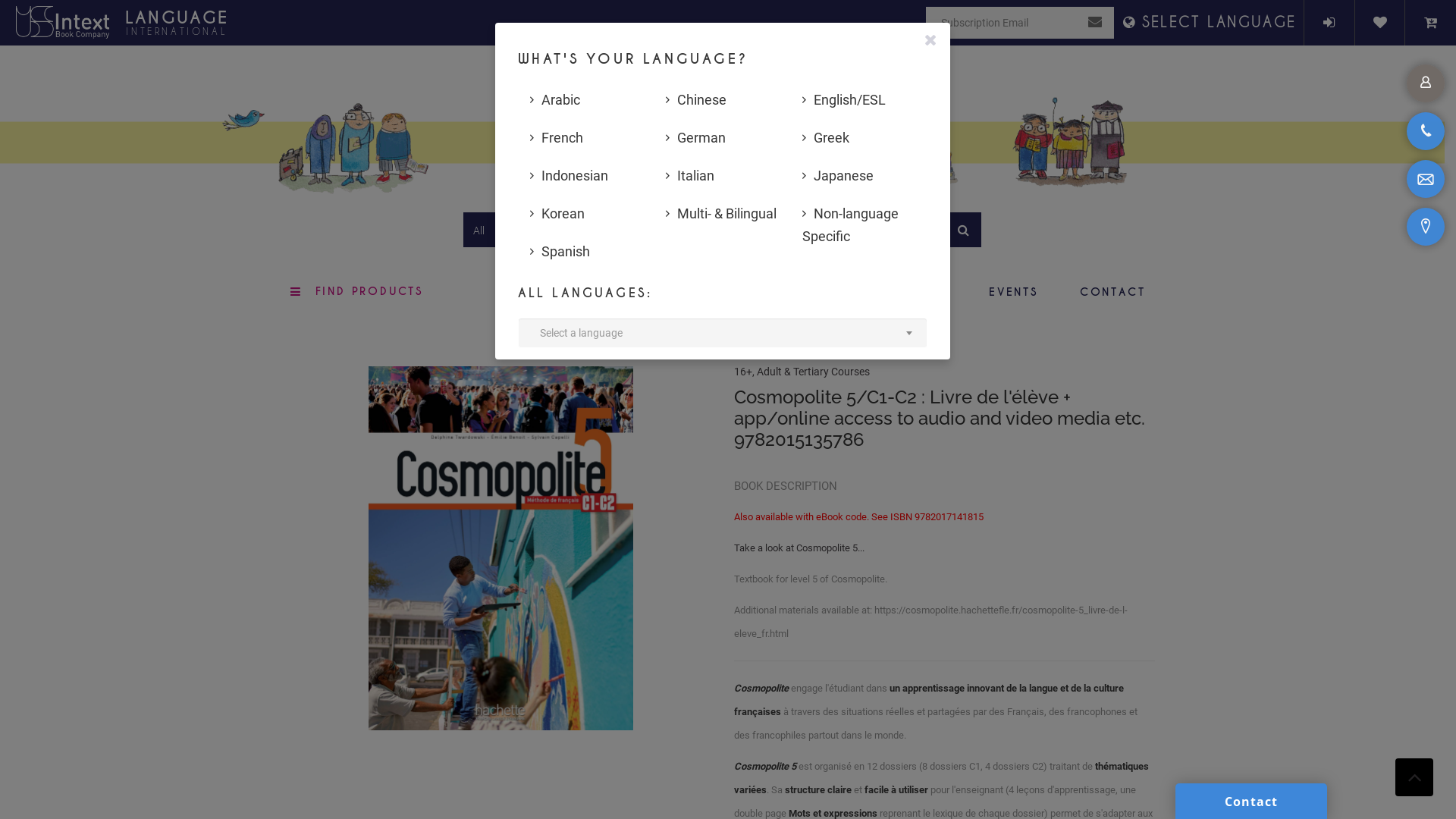 The width and height of the screenshot is (1456, 819). Describe the element at coordinates (1210, 22) in the screenshot. I see `'SELECT LANGUAGE'` at that location.